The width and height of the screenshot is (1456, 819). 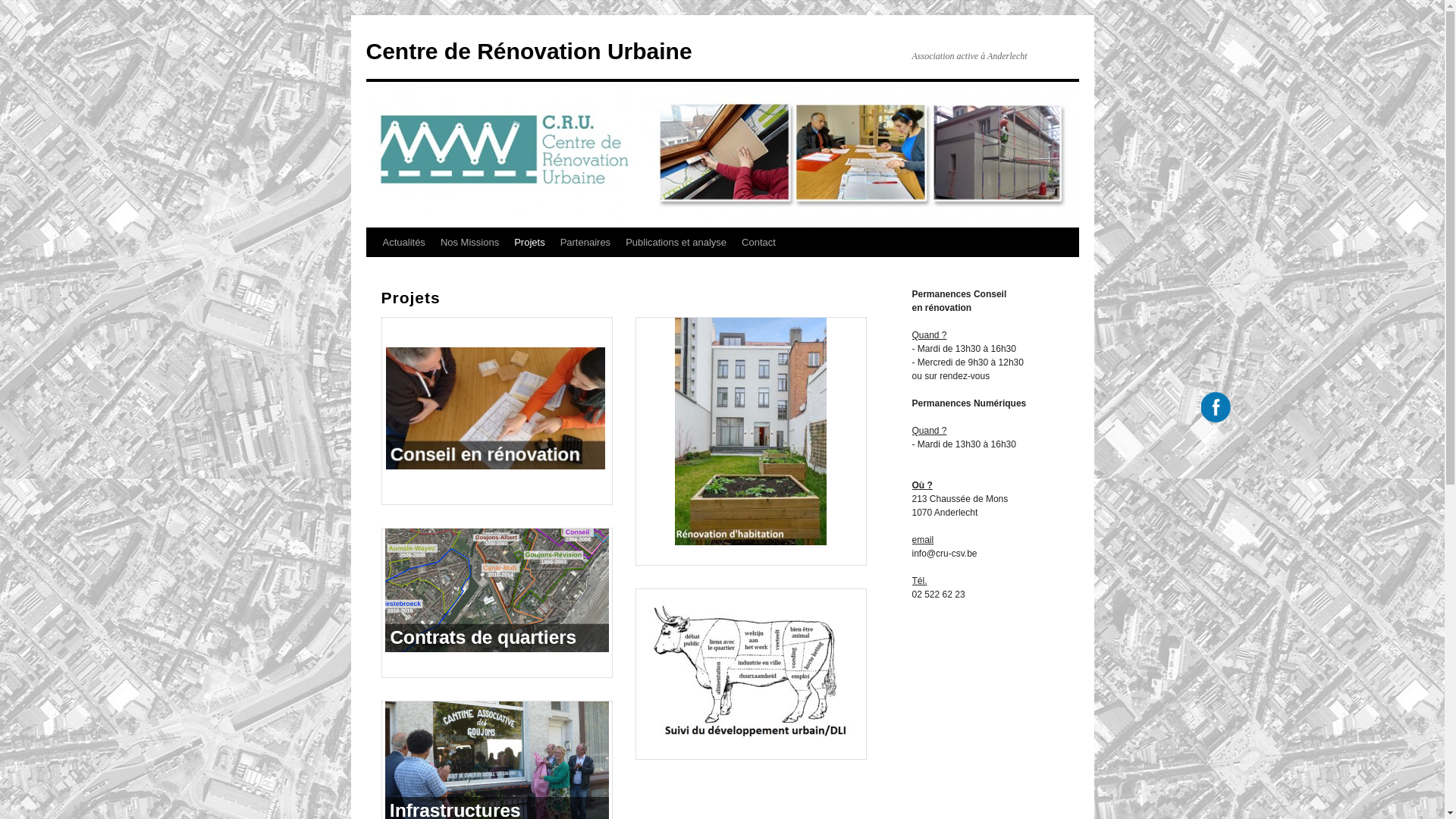 I want to click on 'Contact', so click(x=734, y=242).